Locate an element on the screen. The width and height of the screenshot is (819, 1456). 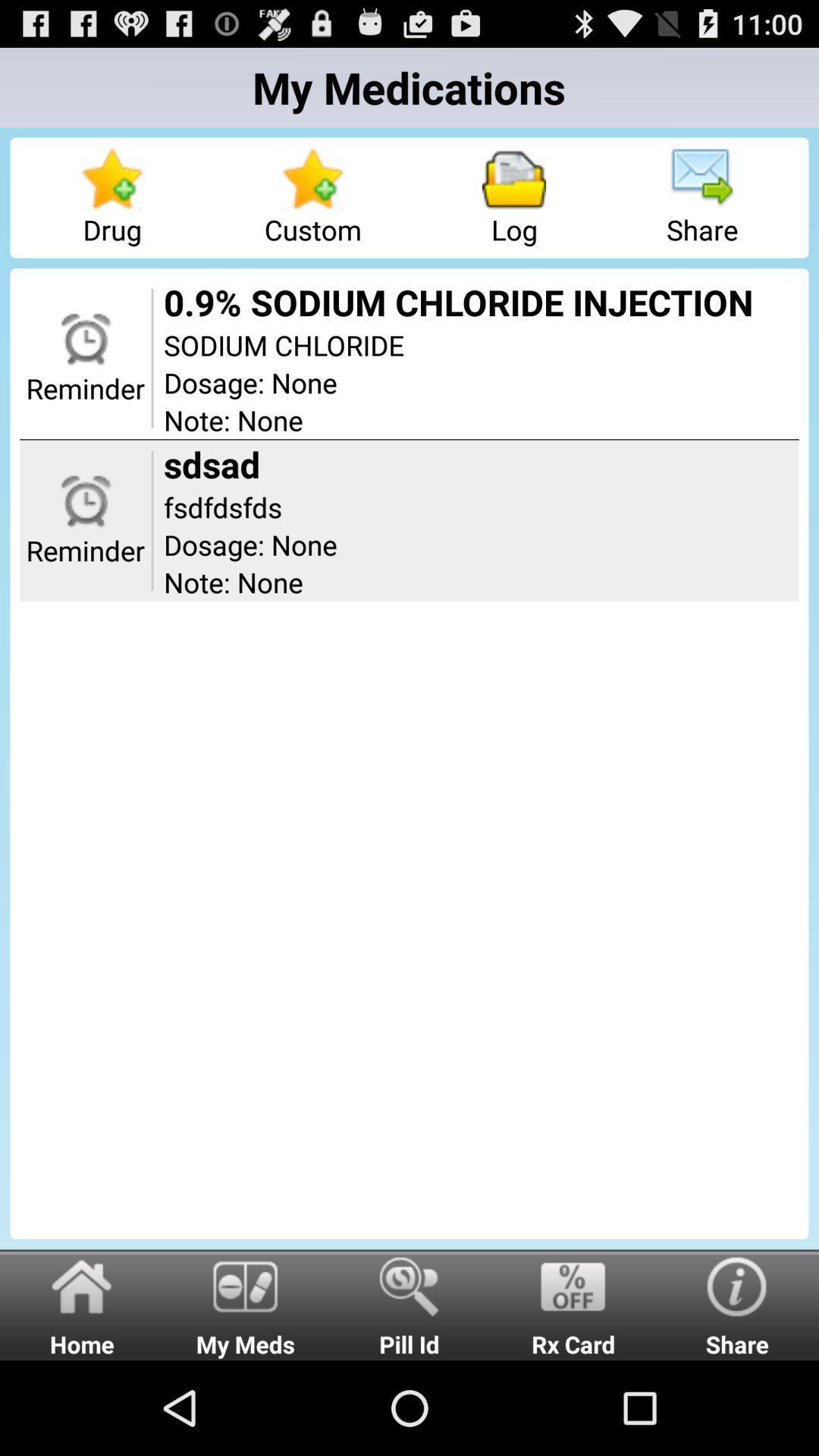
item to the left of the share item is located at coordinates (573, 1304).